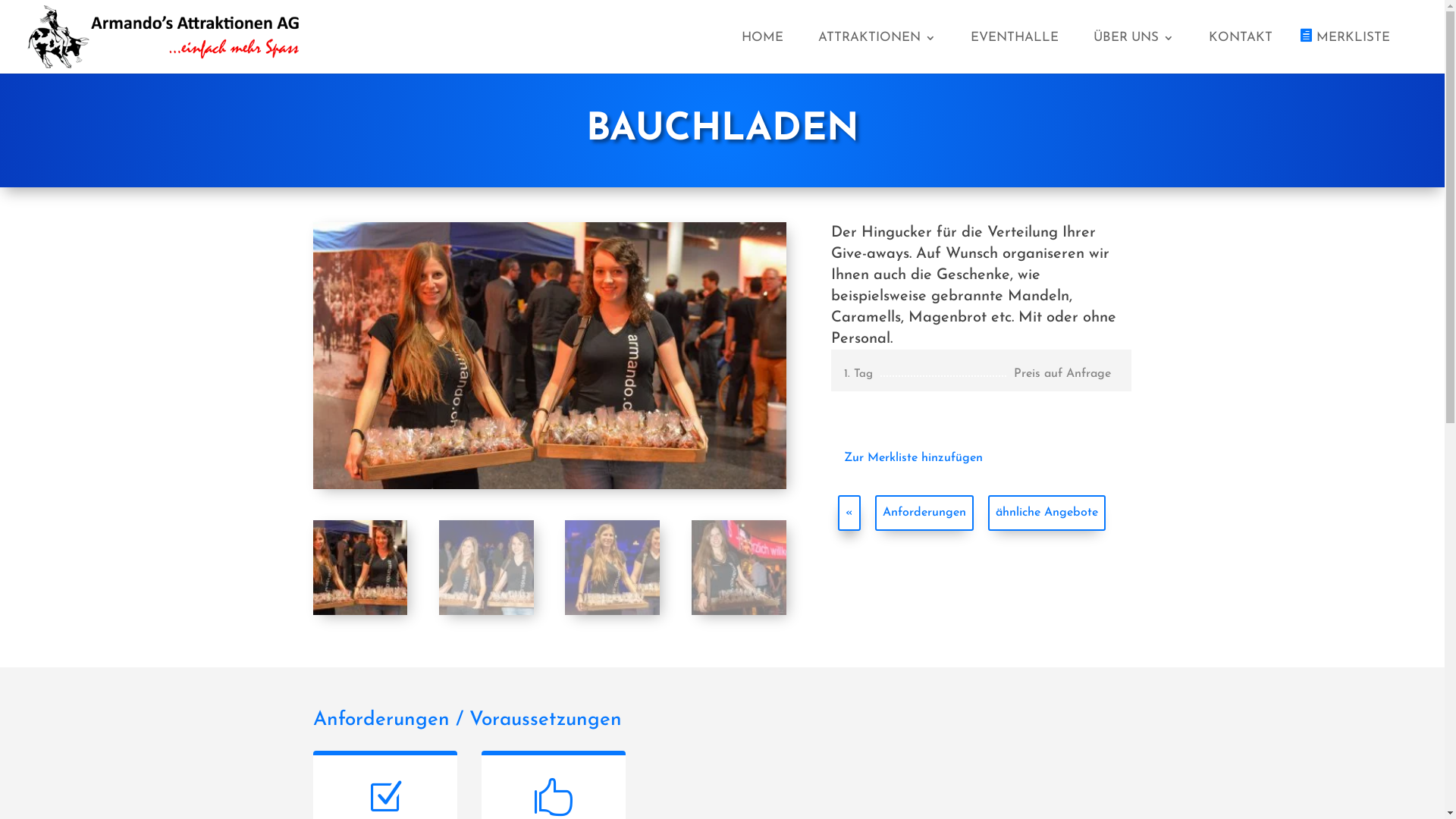 This screenshot has height=819, width=1456. What do you see at coordinates (1241, 52) in the screenshot?
I see `'KONTAKT'` at bounding box center [1241, 52].